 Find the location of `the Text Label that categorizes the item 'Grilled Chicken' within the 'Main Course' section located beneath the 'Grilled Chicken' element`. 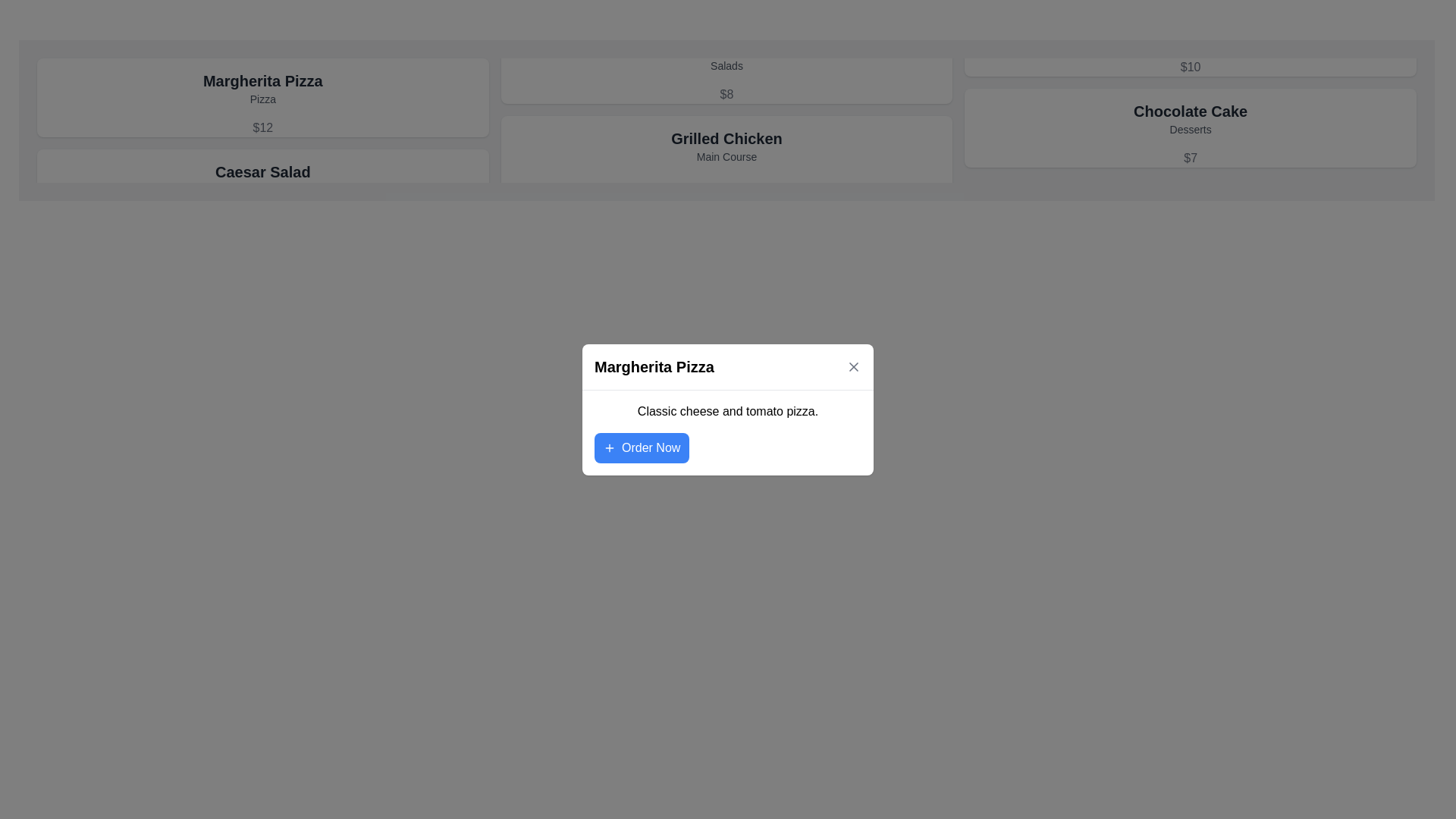

the Text Label that categorizes the item 'Grilled Chicken' within the 'Main Course' section located beneath the 'Grilled Chicken' element is located at coordinates (726, 157).